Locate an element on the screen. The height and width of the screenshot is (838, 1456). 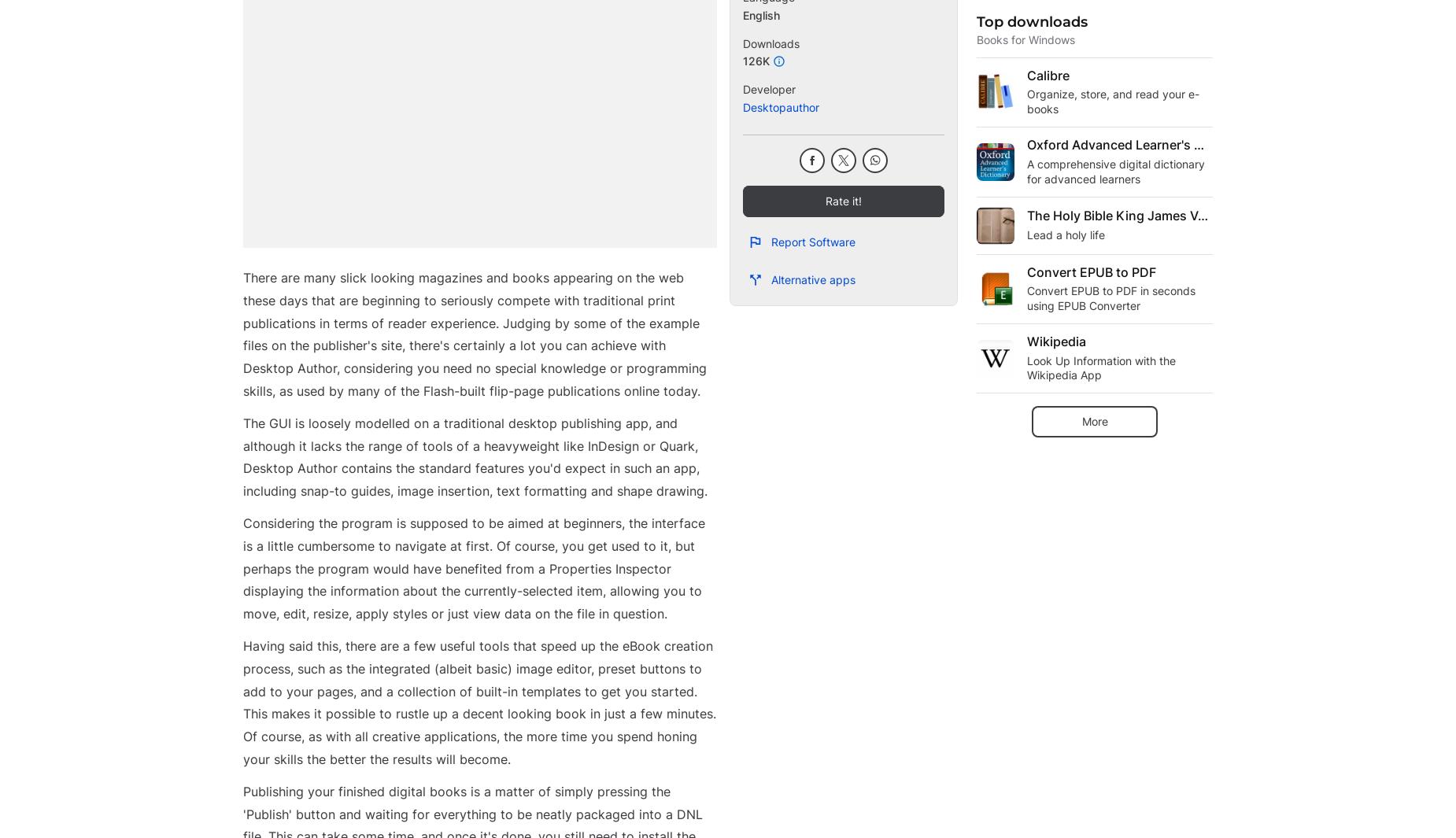
'Laws concerning the use of this software vary from country to country. We do not encourage or condone the use of this program if it is in violation of these laws.' is located at coordinates (721, 650).